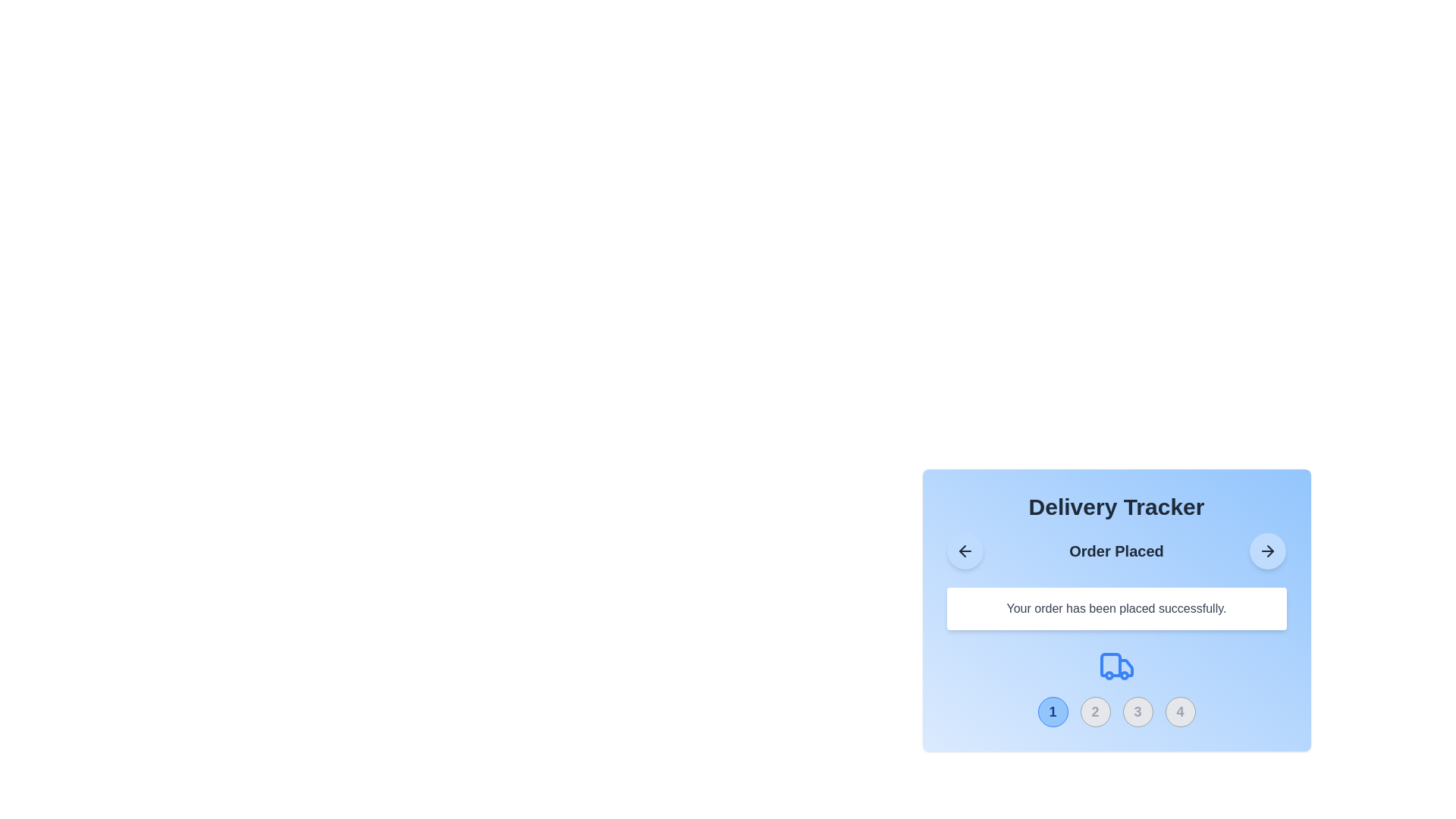 The height and width of the screenshot is (819, 1456). What do you see at coordinates (1270, 551) in the screenshot?
I see `the right-pointing arrow icon within the circular button located at the top-right corner of the 'Delivery Tracker' section` at bounding box center [1270, 551].